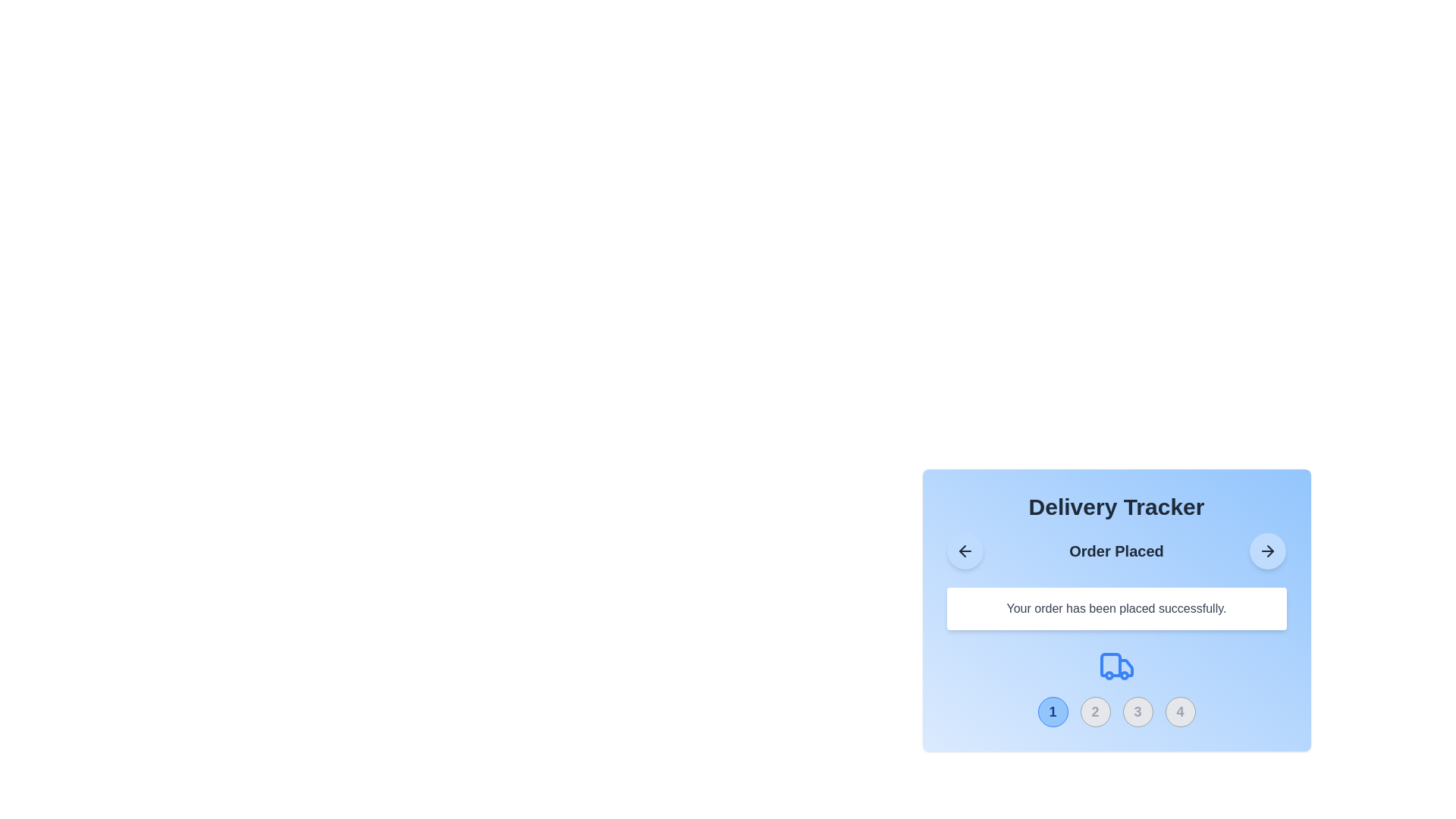 The height and width of the screenshot is (819, 1456). What do you see at coordinates (1270, 551) in the screenshot?
I see `the right-pointing arrow icon within the circular button located at the top-right corner of the 'Delivery Tracker' section` at bounding box center [1270, 551].